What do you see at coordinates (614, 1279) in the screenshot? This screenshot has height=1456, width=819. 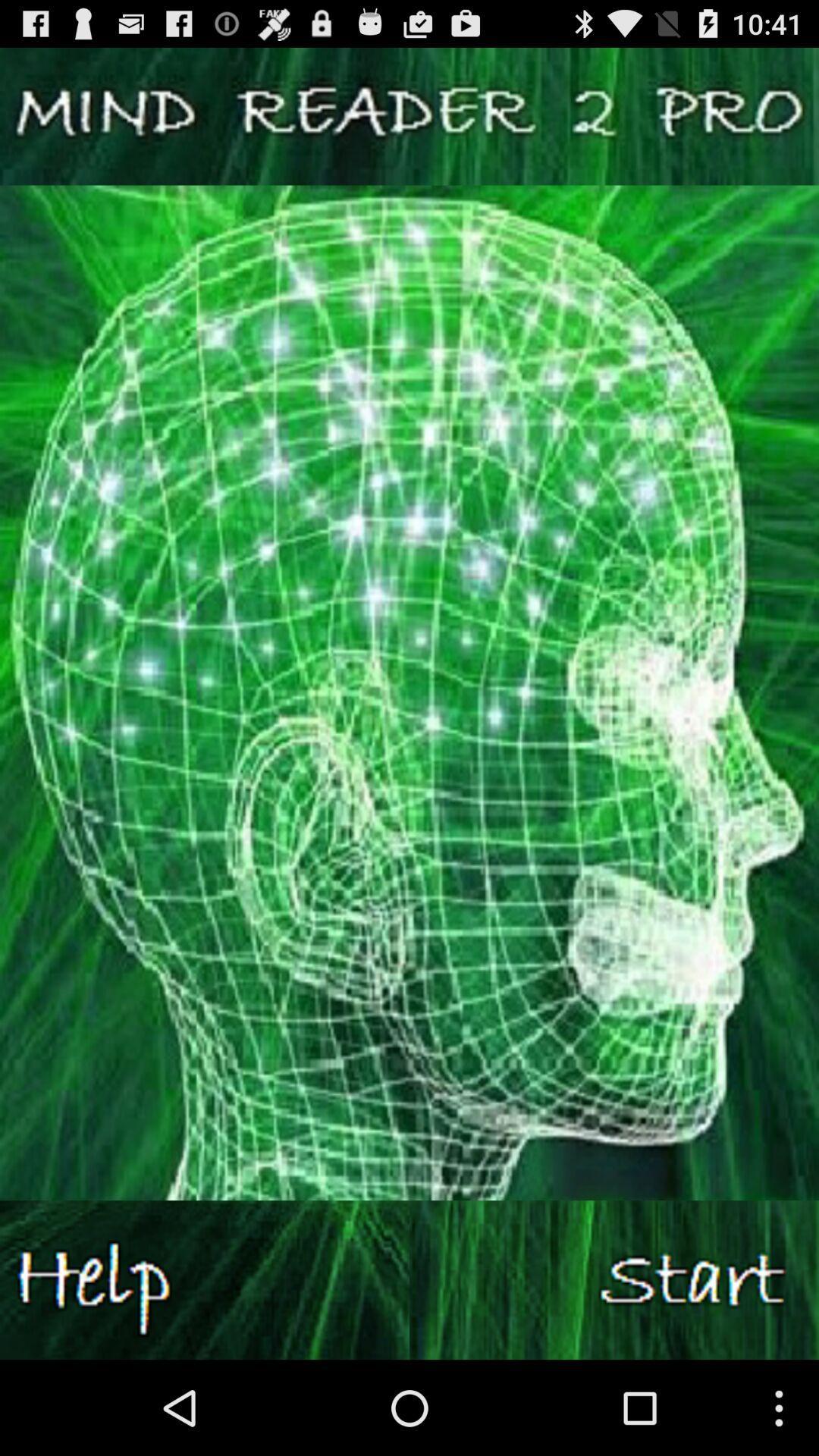 I see `switch on the article option` at bounding box center [614, 1279].